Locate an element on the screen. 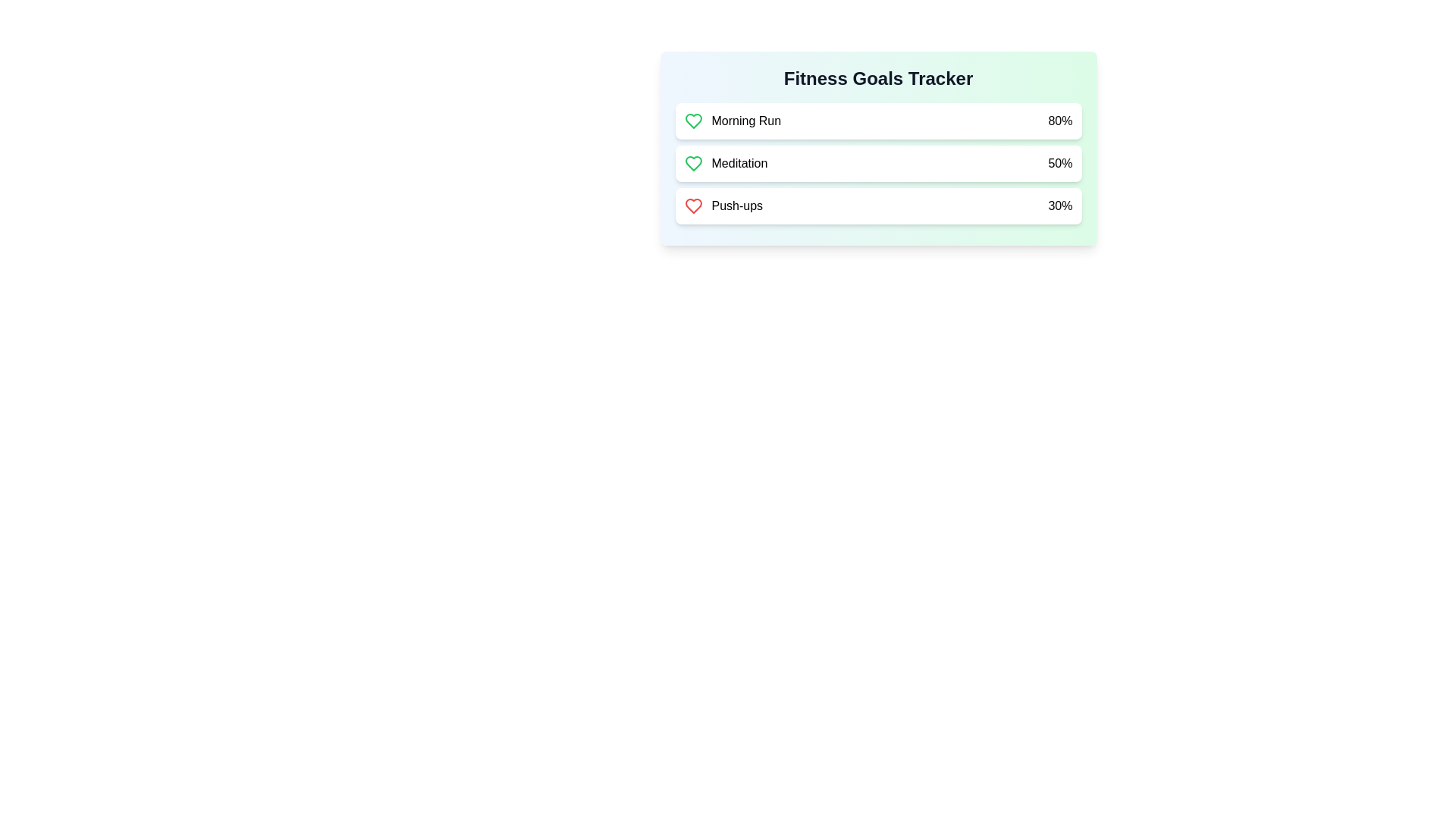 Image resolution: width=1456 pixels, height=819 pixels. the heart-shaped icon outlined in green is located at coordinates (692, 120).